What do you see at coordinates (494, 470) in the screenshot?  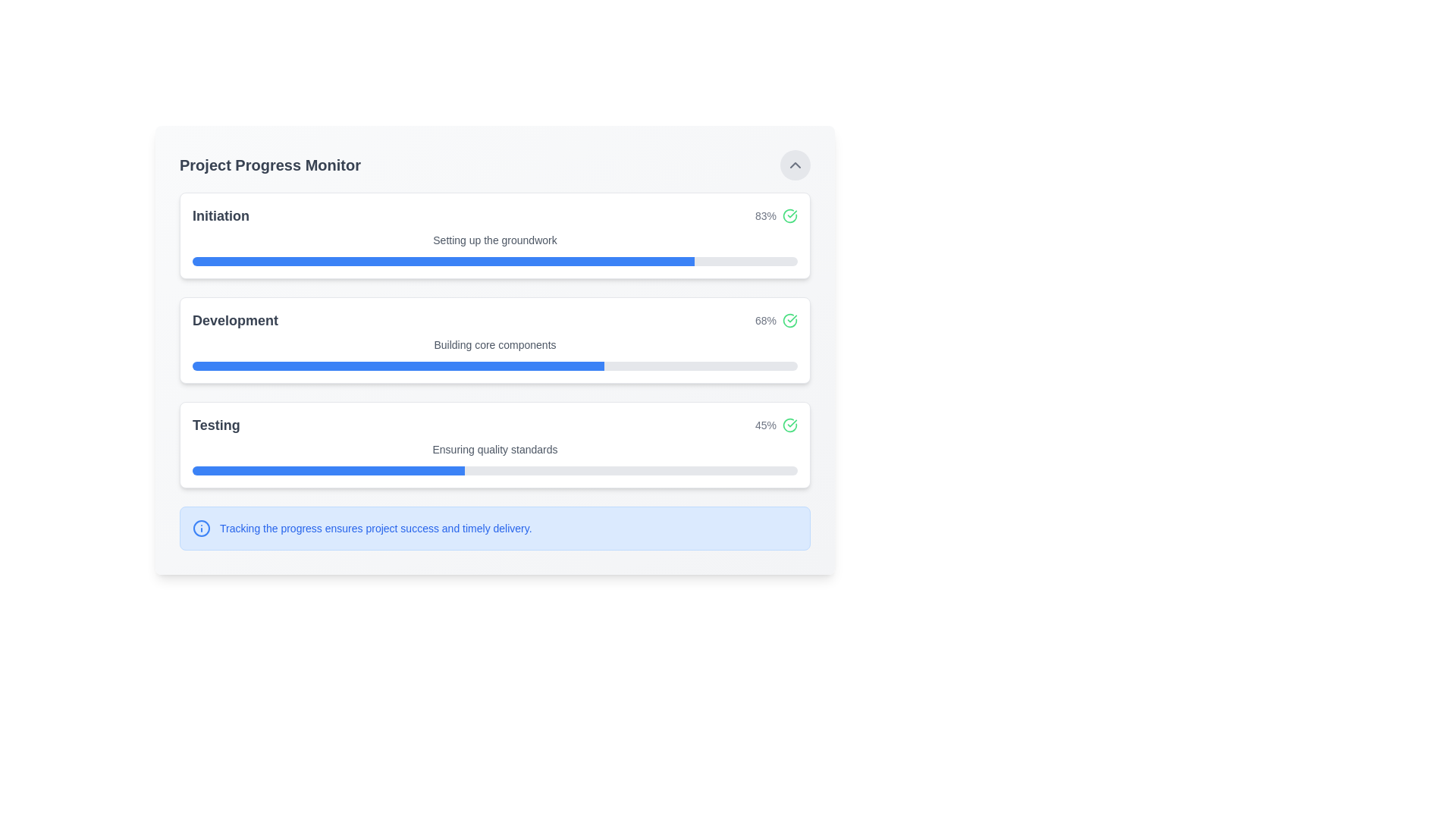 I see `the Progress Bar located in the 'Testing' section, beneath the text 'Ensuring quality standards', which visually has a gray background and a blue segment indicating 45% progress` at bounding box center [494, 470].